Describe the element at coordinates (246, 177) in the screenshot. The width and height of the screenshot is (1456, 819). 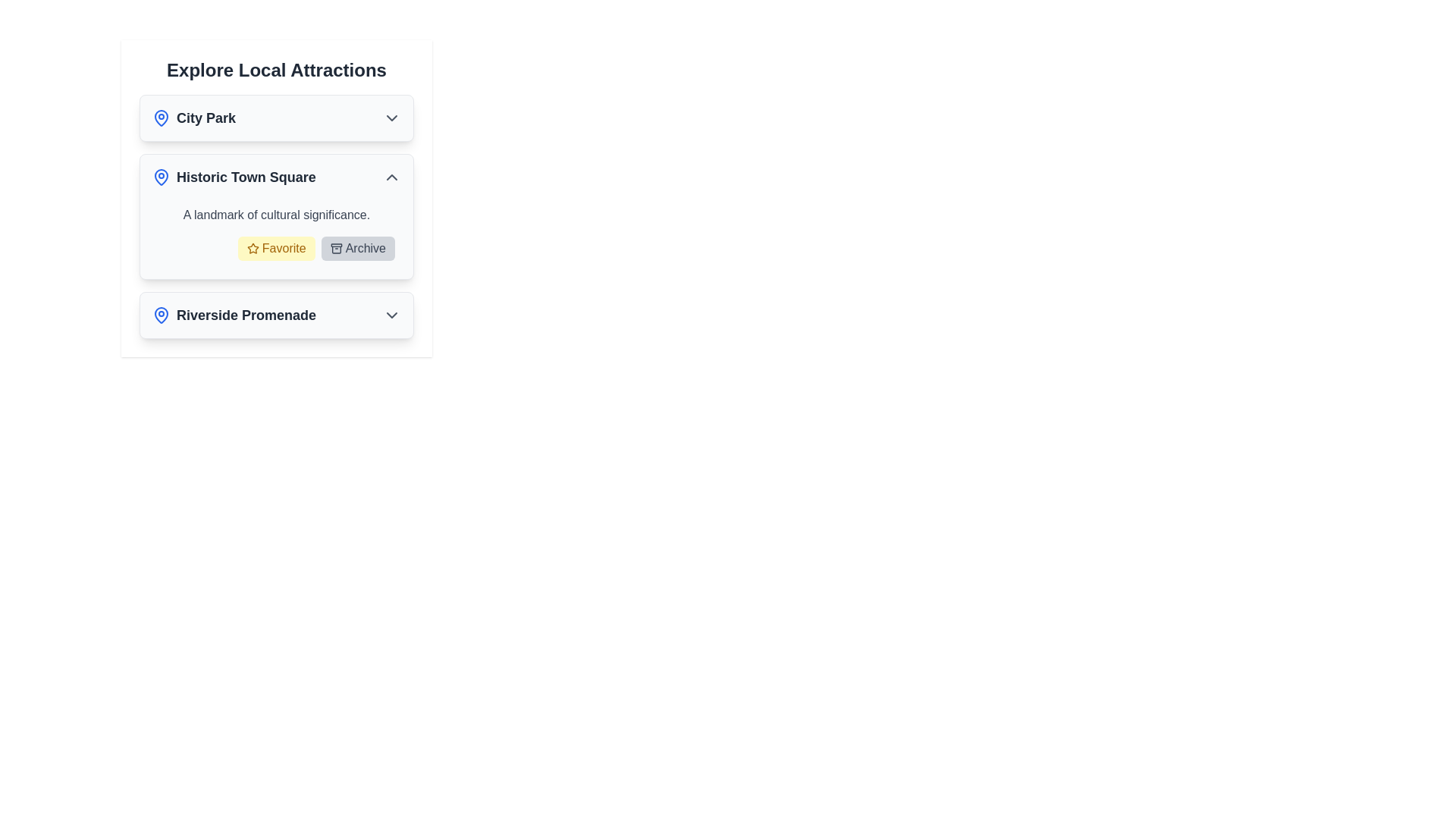
I see `text label 'Historic Town Square' which is styled in bold gray font and serves as the title of the middle card in the 'Explore Local Attractions' section` at that location.